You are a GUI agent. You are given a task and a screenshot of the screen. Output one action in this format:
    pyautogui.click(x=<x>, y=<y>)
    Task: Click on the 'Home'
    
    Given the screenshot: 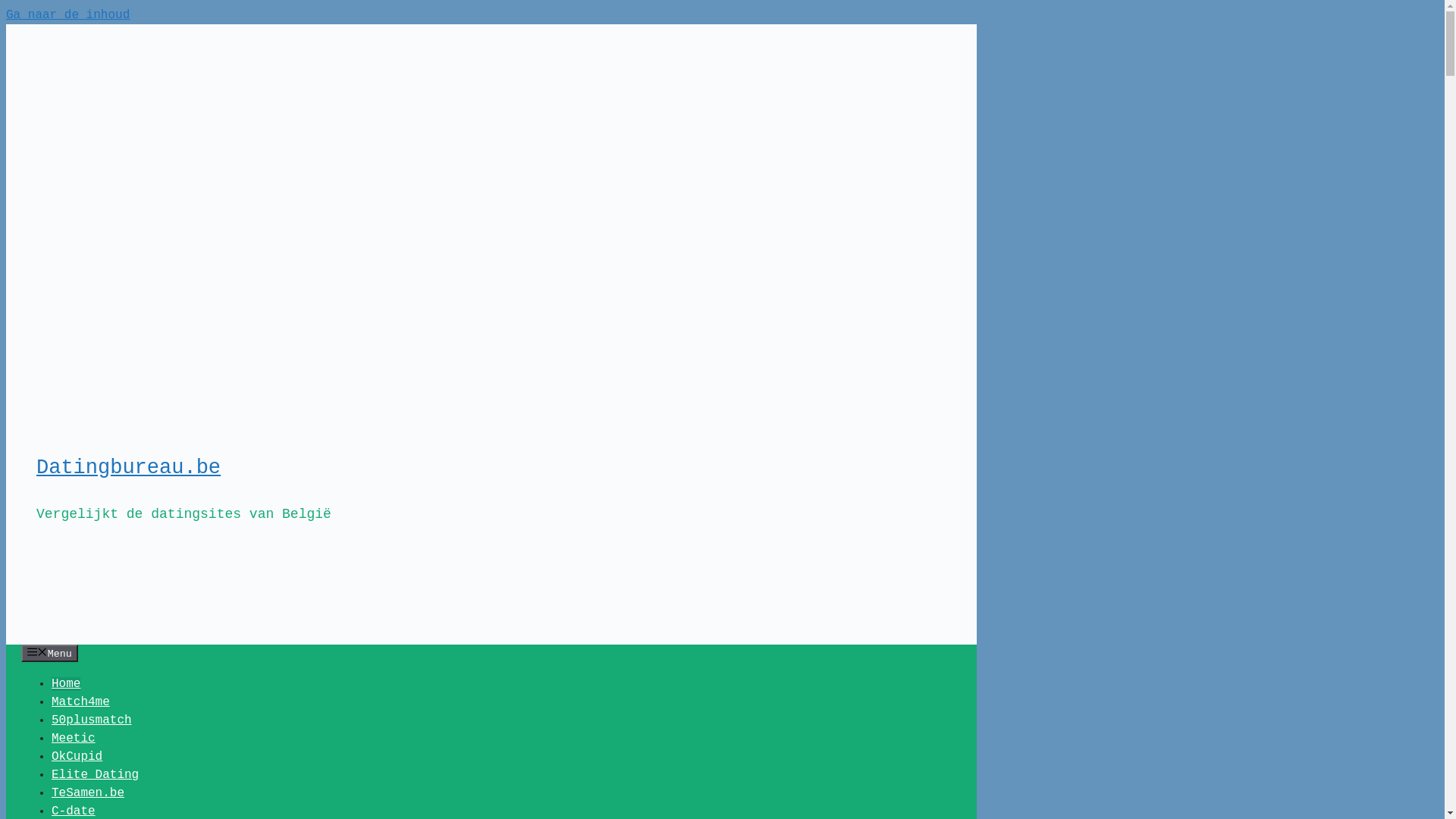 What is the action you would take?
    pyautogui.click(x=64, y=684)
    